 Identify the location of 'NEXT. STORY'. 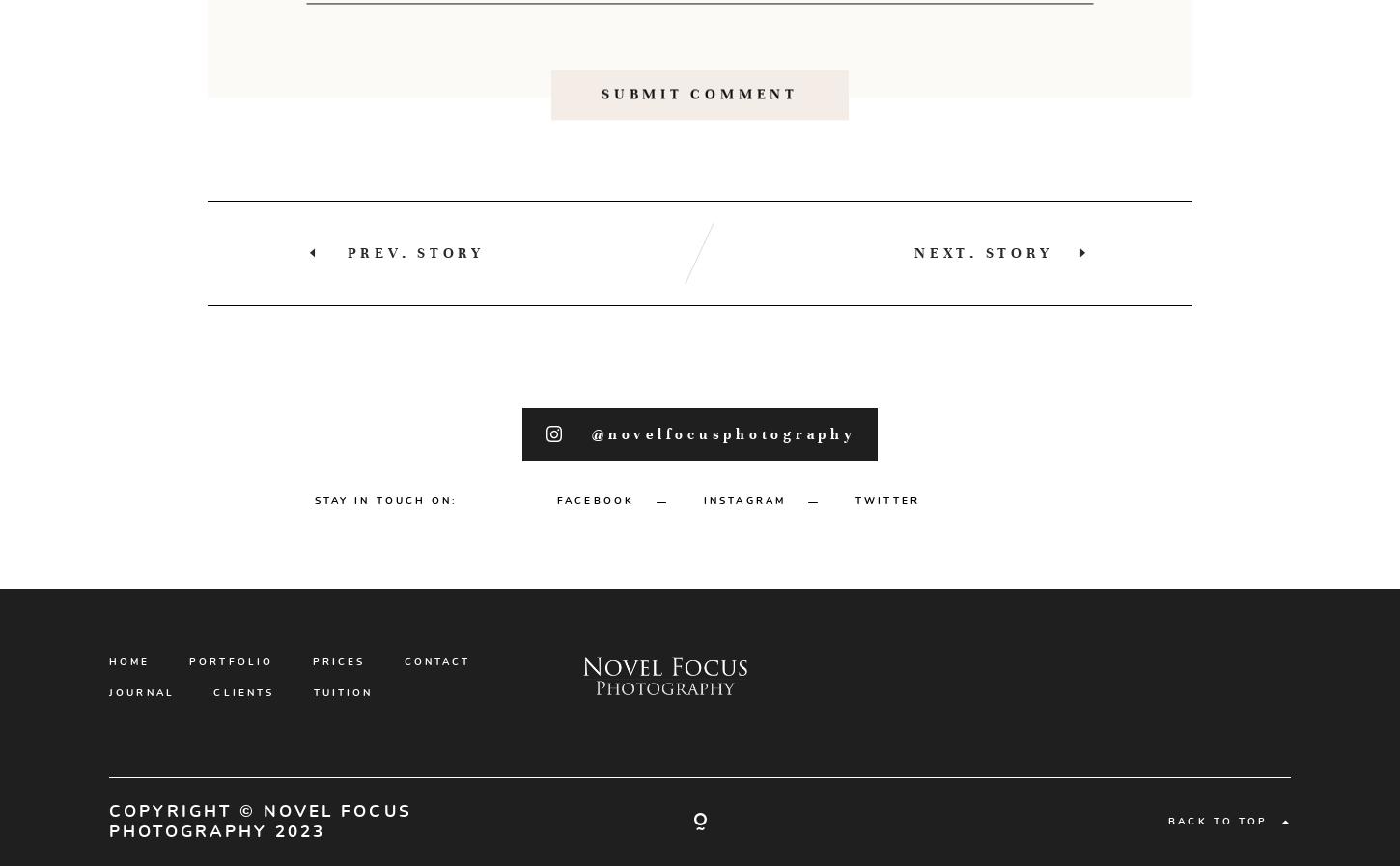
(983, 338).